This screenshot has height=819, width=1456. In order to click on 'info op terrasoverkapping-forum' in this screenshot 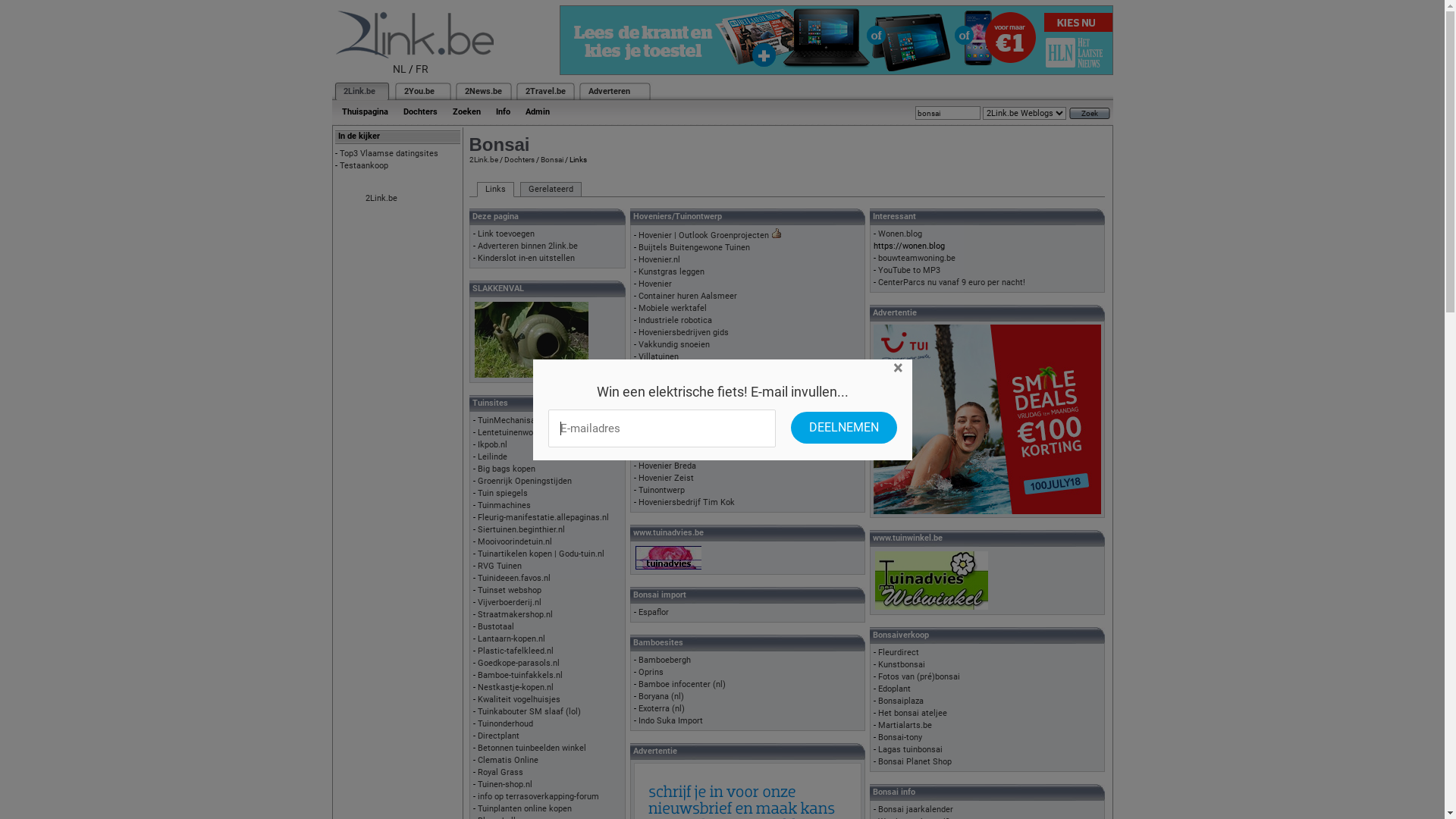, I will do `click(538, 795)`.